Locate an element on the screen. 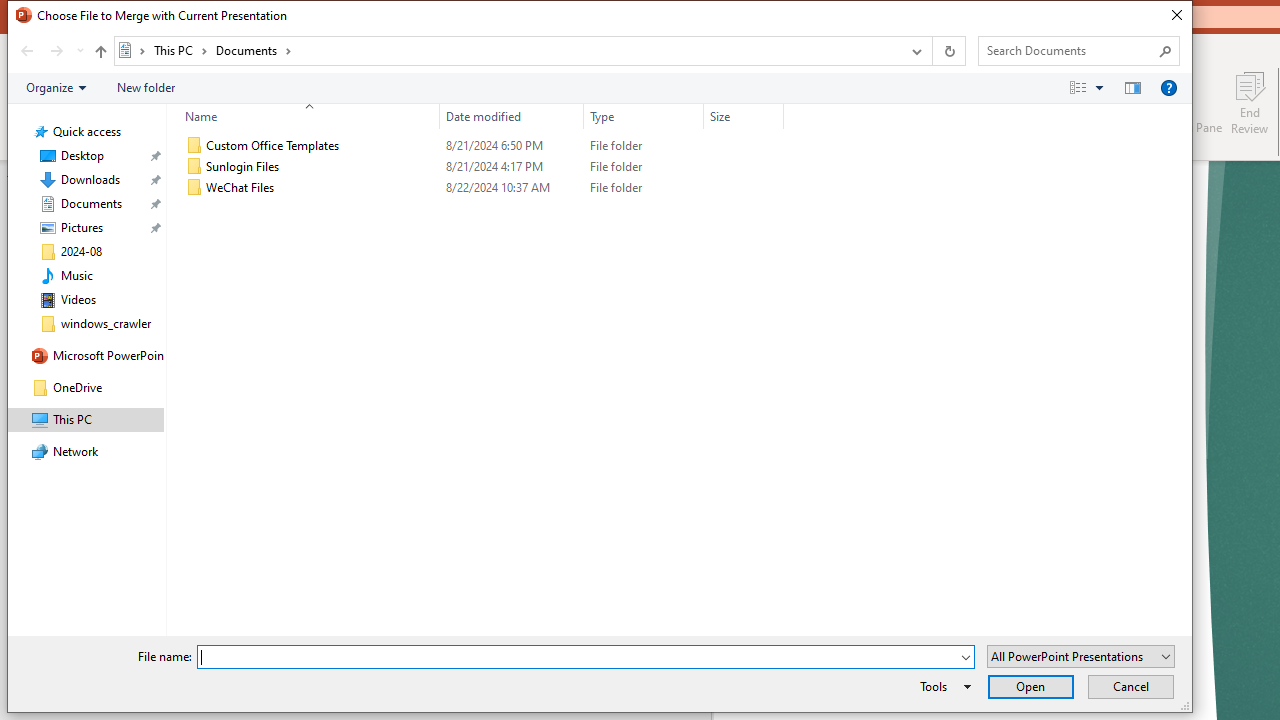 Image resolution: width=1280 pixels, height=720 pixels. 'Documents' is located at coordinates (253, 49).